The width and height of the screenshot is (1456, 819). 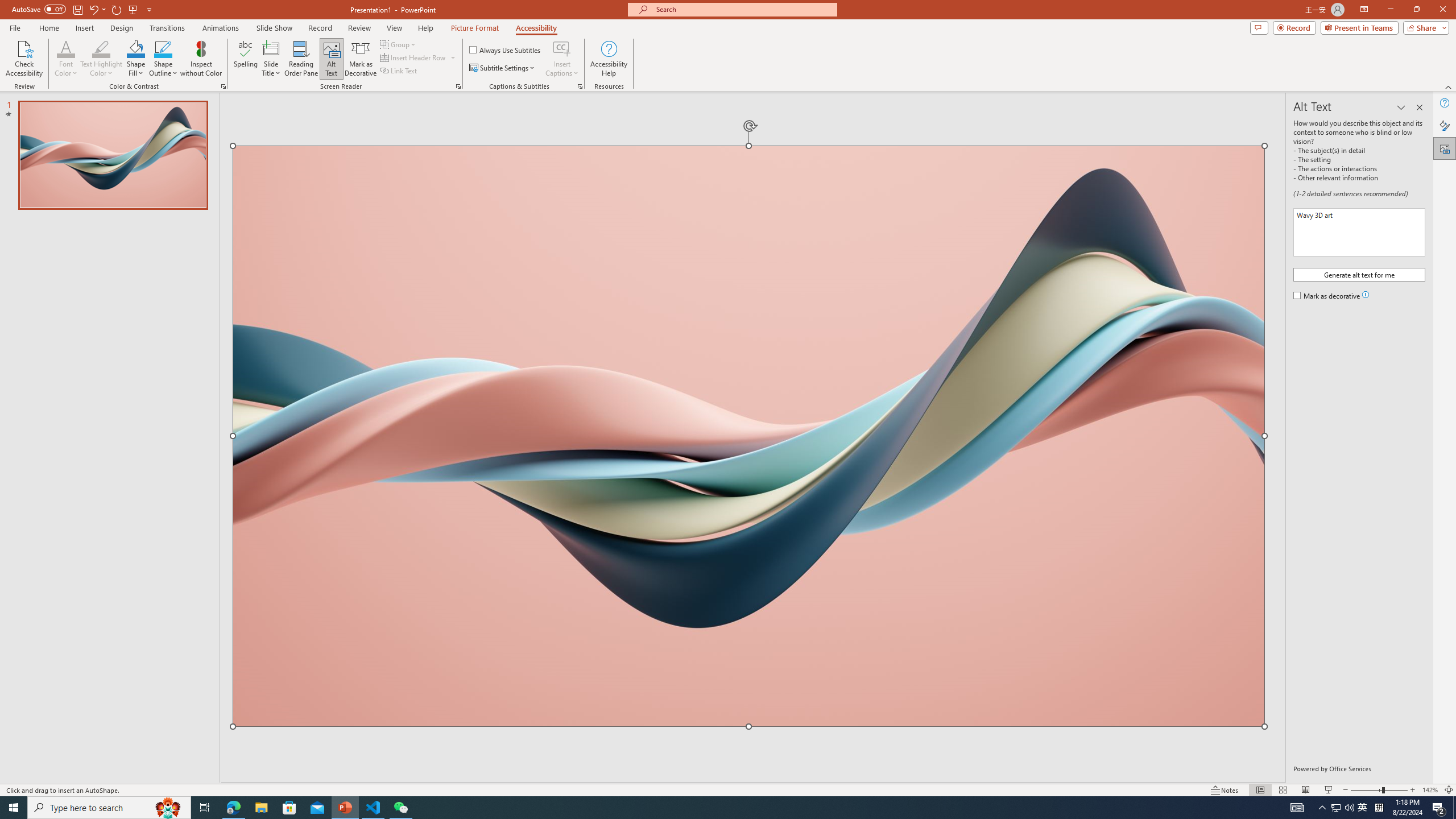 What do you see at coordinates (360, 59) in the screenshot?
I see `'Mark as Decorative'` at bounding box center [360, 59].